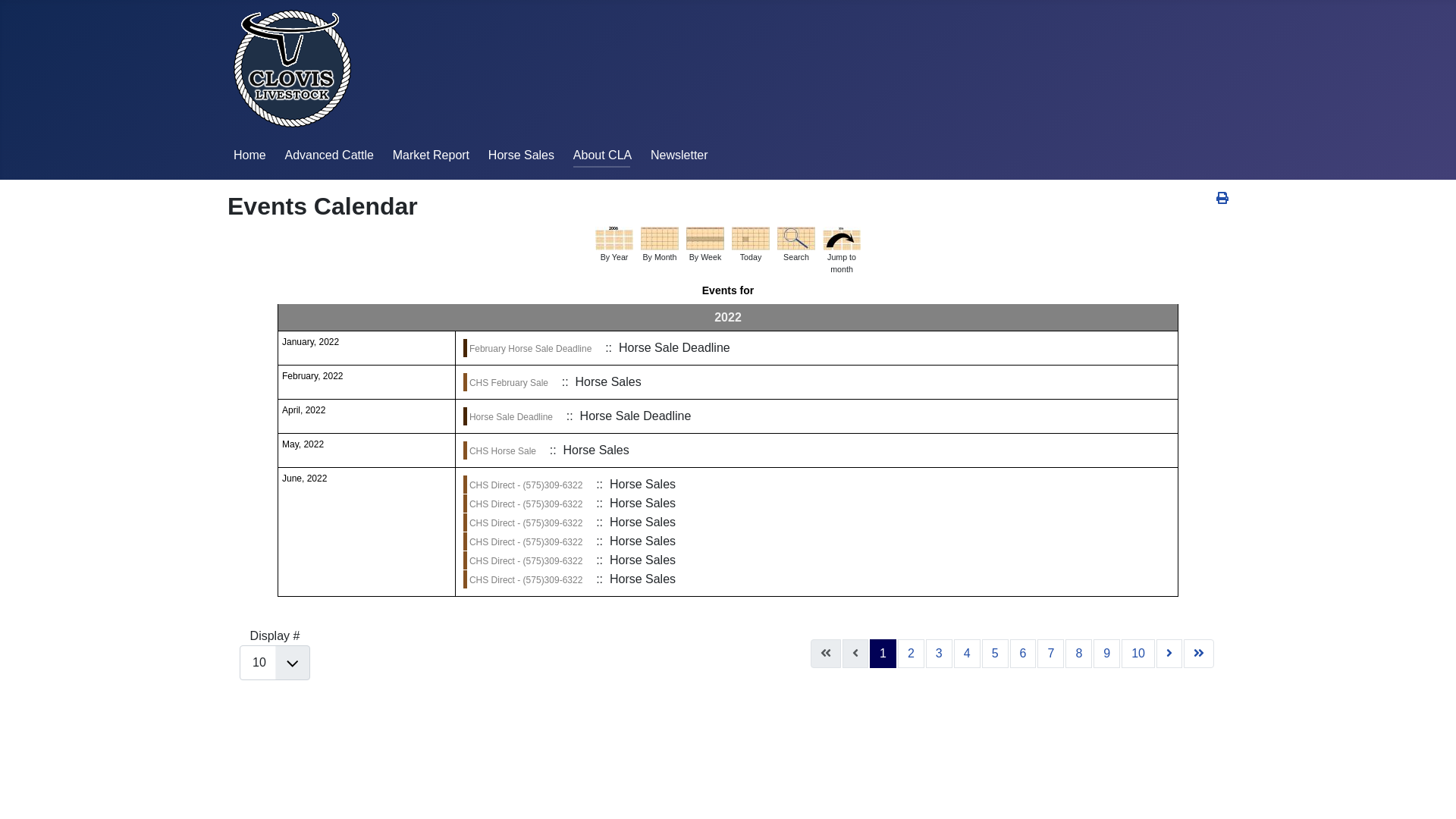 Image resolution: width=1456 pixels, height=819 pixels. I want to click on 'CHS Direct - (575)309-6322', so click(526, 541).